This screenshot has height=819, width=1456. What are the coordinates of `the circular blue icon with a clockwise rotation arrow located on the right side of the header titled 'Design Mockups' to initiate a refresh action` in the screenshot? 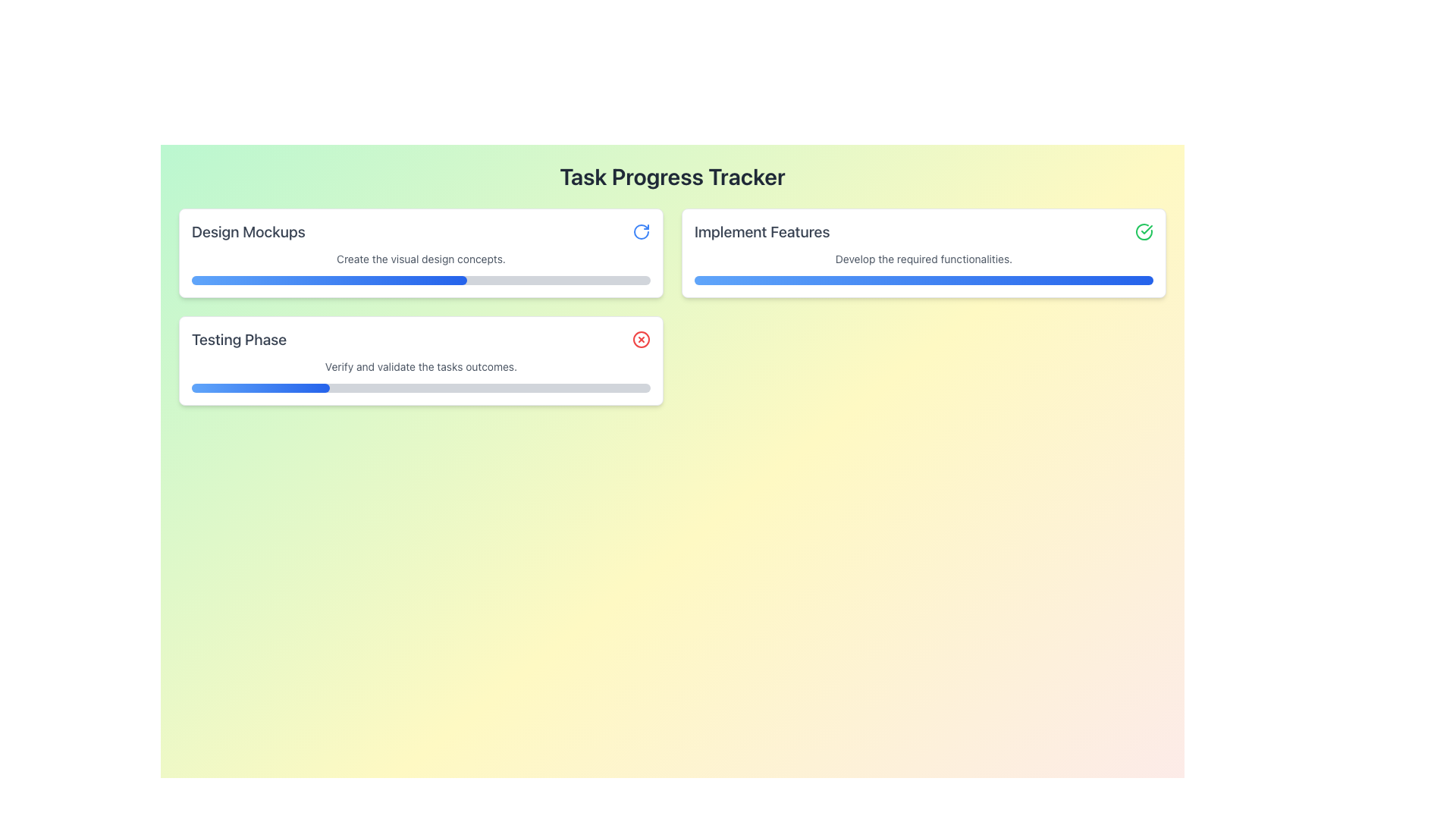 It's located at (641, 231).